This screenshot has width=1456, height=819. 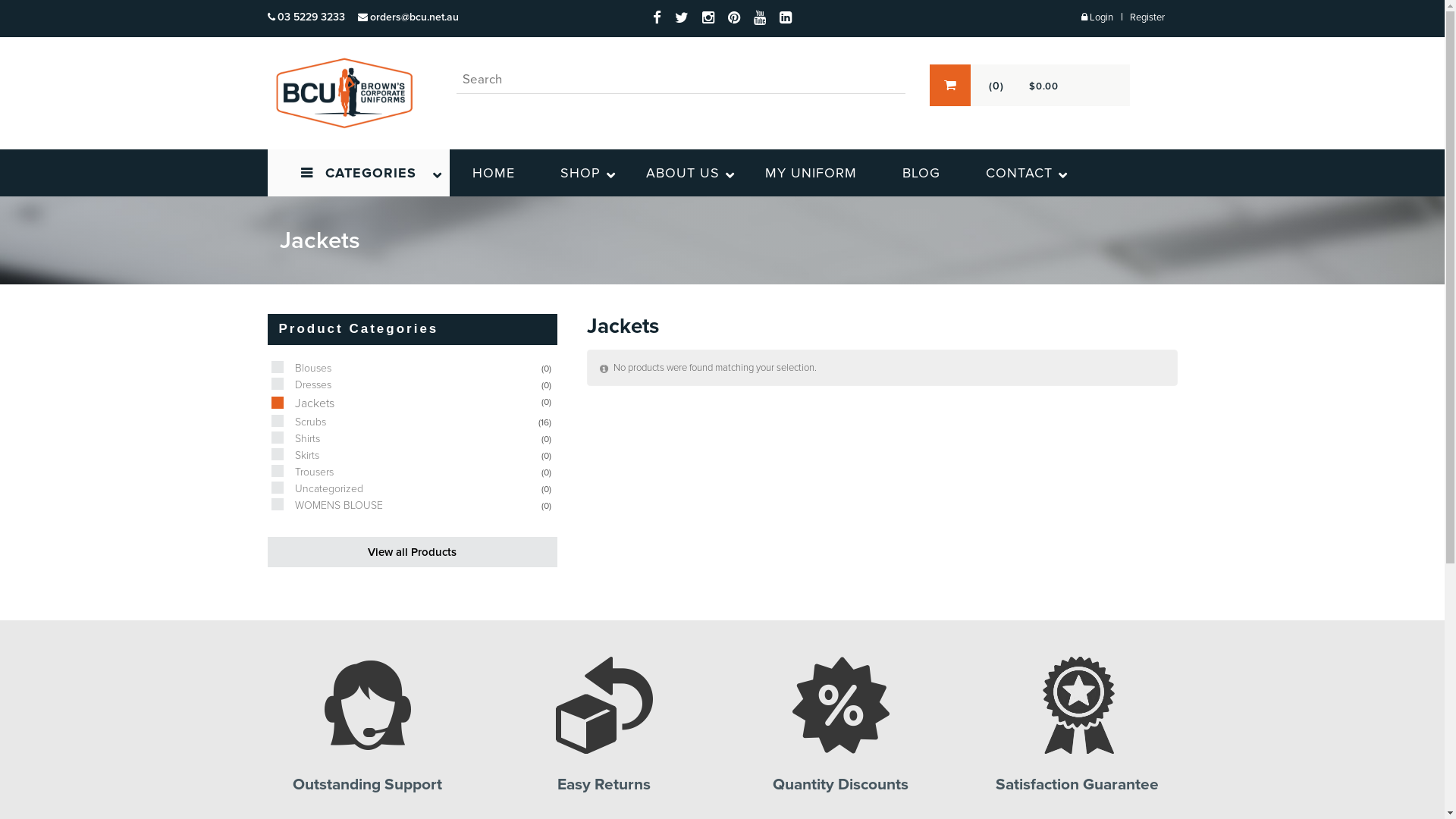 What do you see at coordinates (266, 471) in the screenshot?
I see `'Trousers'` at bounding box center [266, 471].